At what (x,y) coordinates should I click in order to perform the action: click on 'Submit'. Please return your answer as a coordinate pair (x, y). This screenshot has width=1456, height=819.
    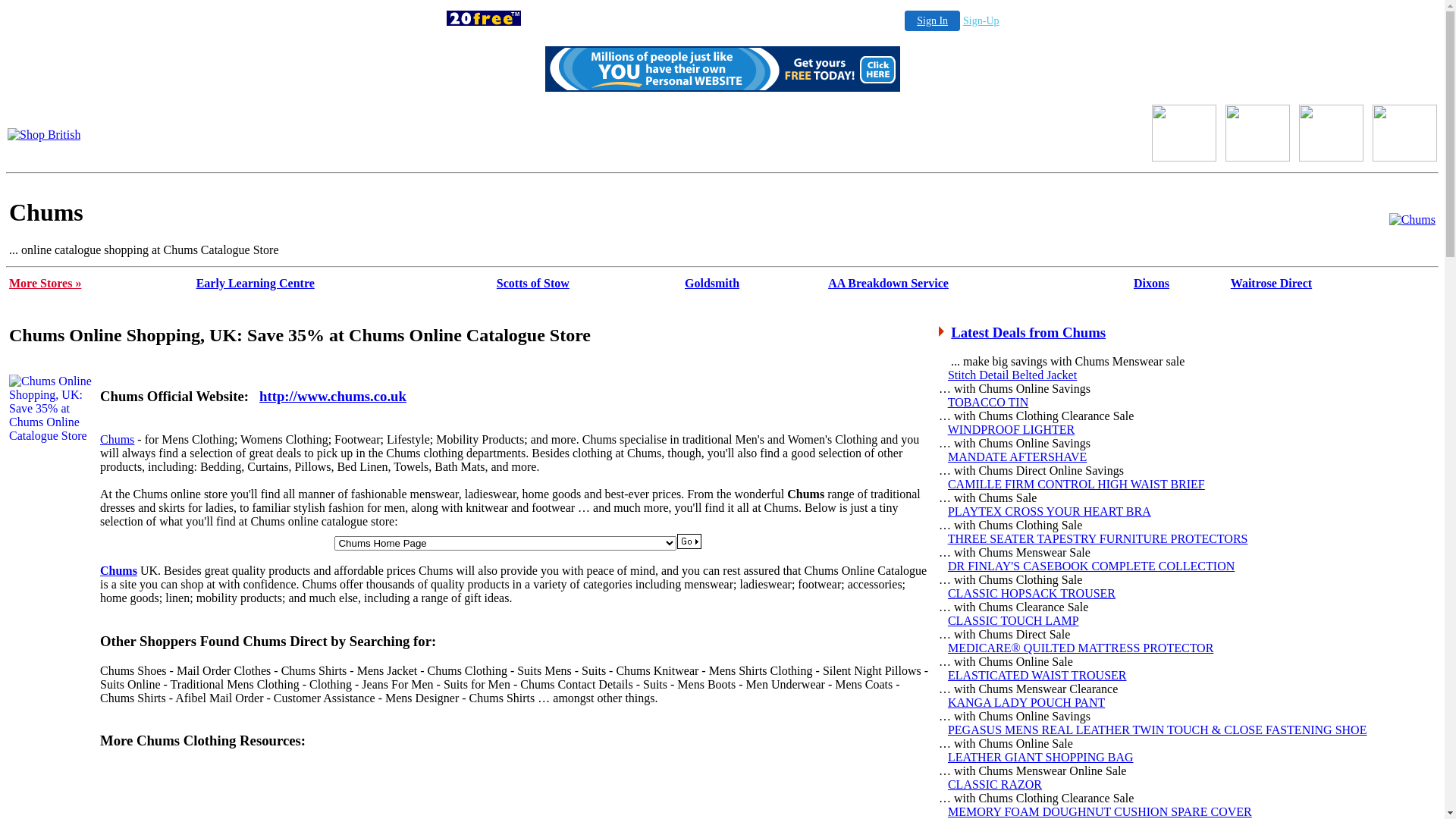
    Looking at the image, I should click on (676, 540).